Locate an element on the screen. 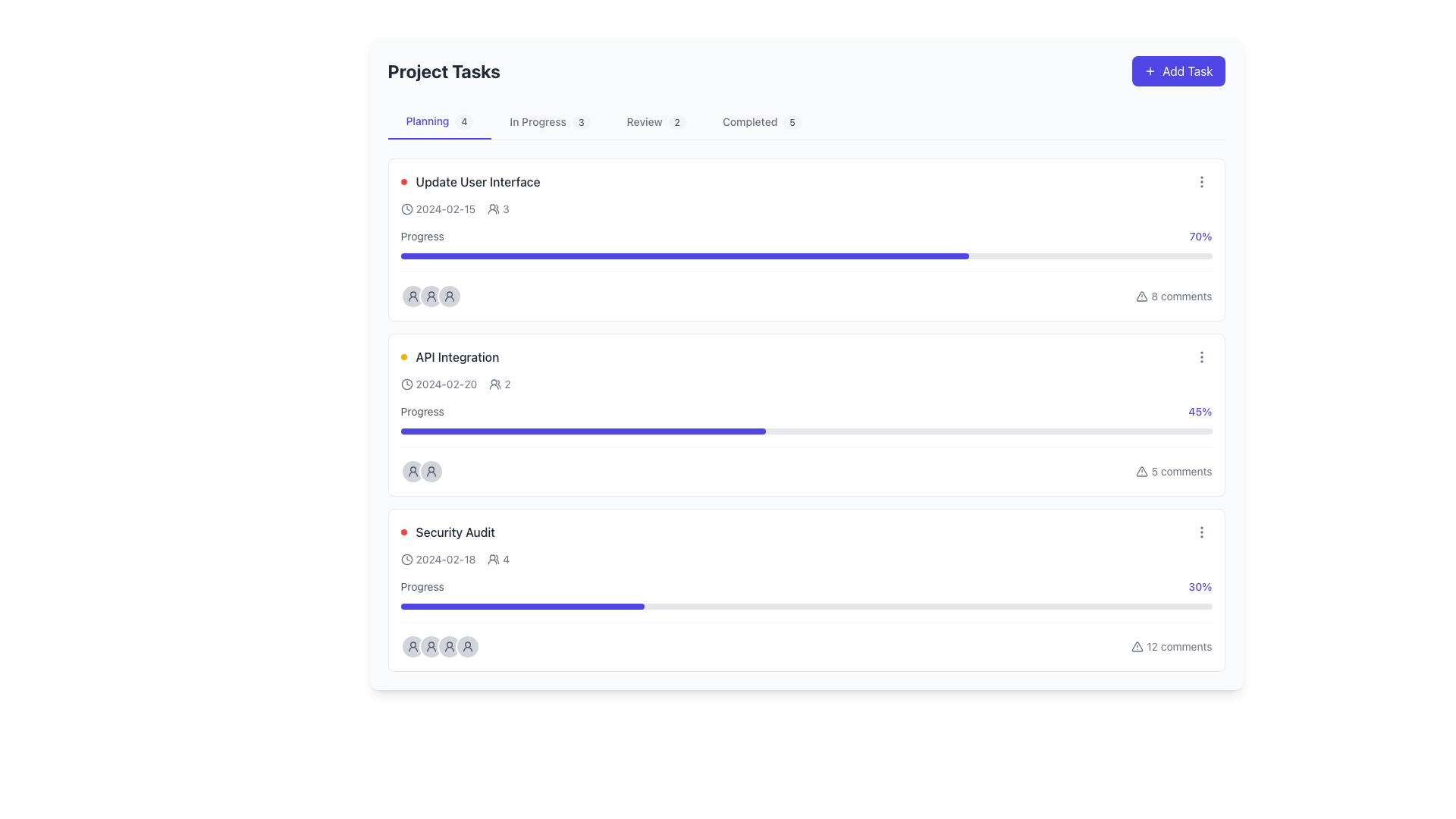 Image resolution: width=1456 pixels, height=819 pixels. the Overflow menu button located at the far right side of the 'API Integration' task row is located at coordinates (1200, 356).